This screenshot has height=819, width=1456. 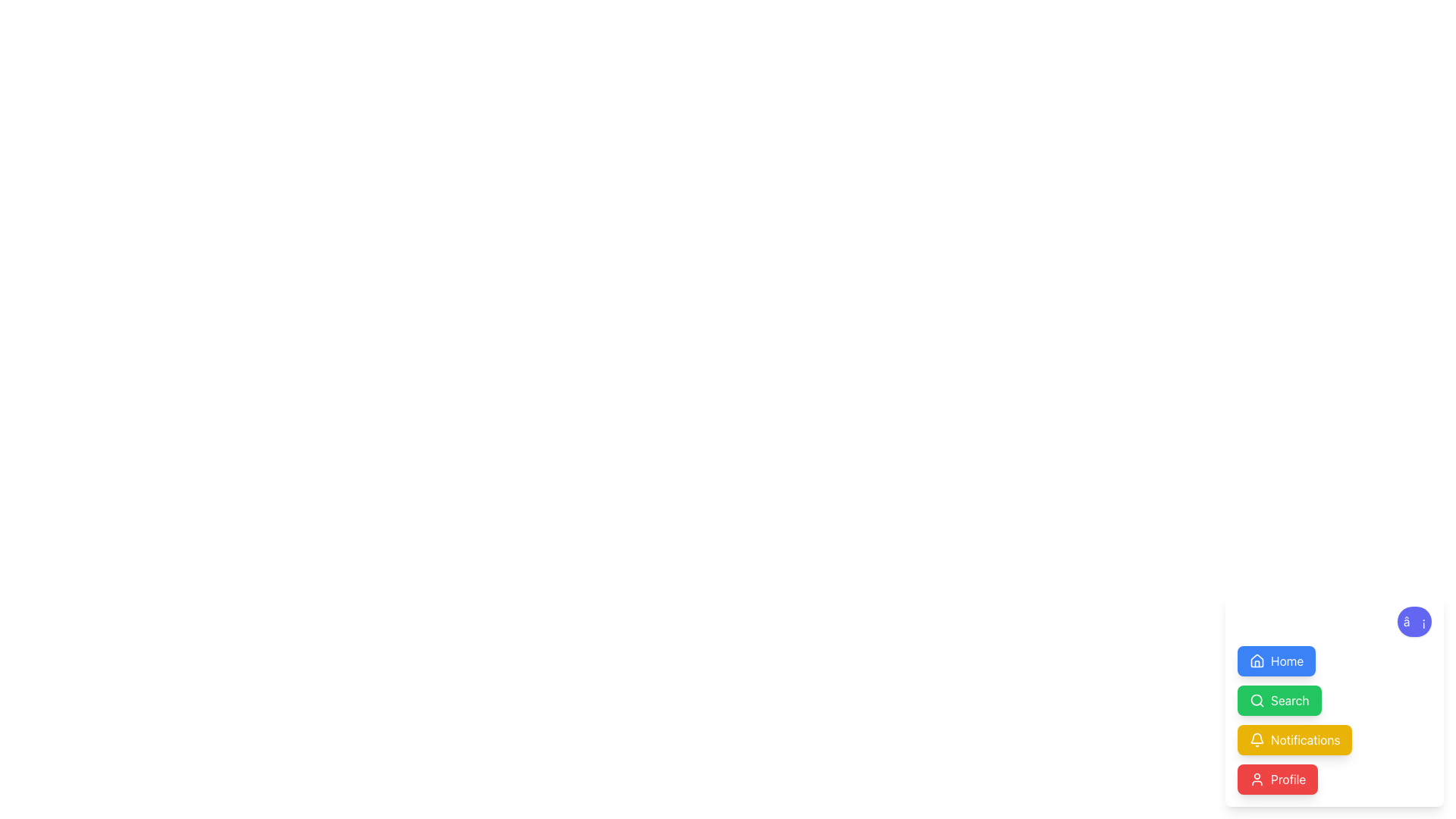 What do you see at coordinates (1294, 739) in the screenshot?
I see `the 'Notifications' button, which is a vibrant yellow rectangular button with rounded corners, featuring a bell icon on the left and the label 'Notifications' in white text on the right` at bounding box center [1294, 739].